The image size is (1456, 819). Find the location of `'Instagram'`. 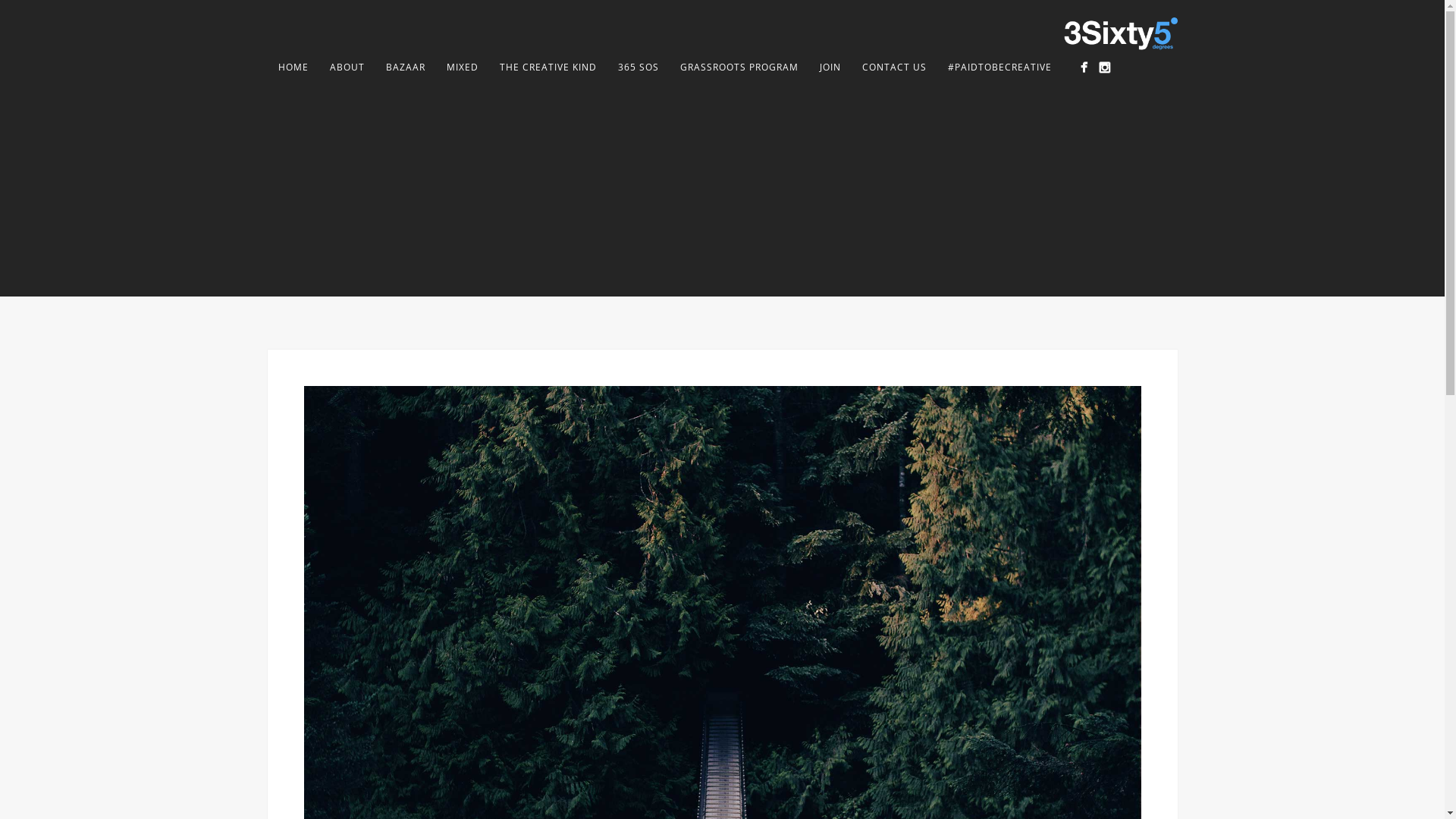

'Instagram' is located at coordinates (1104, 66).